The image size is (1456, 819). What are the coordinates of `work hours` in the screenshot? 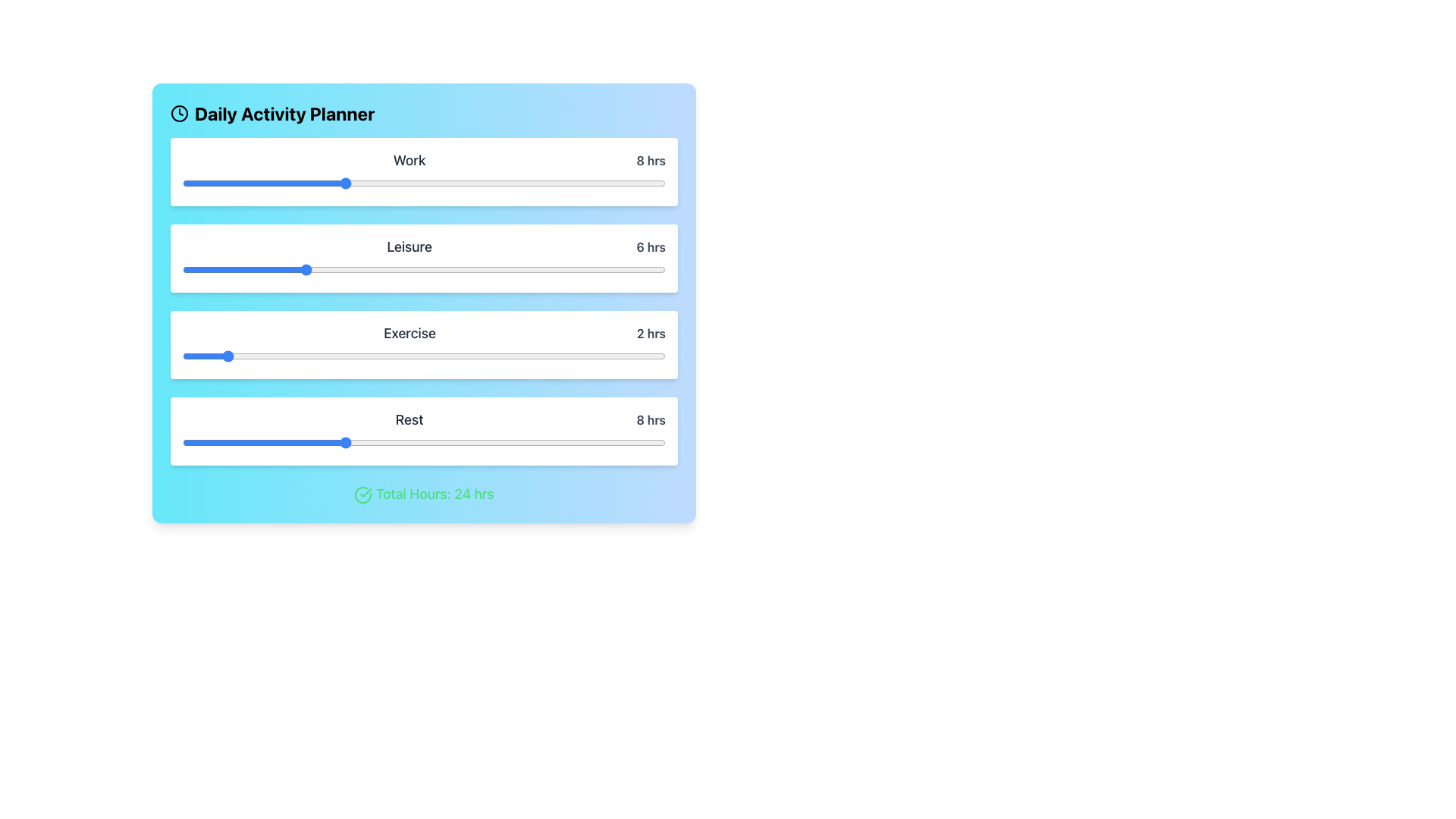 It's located at (403, 183).